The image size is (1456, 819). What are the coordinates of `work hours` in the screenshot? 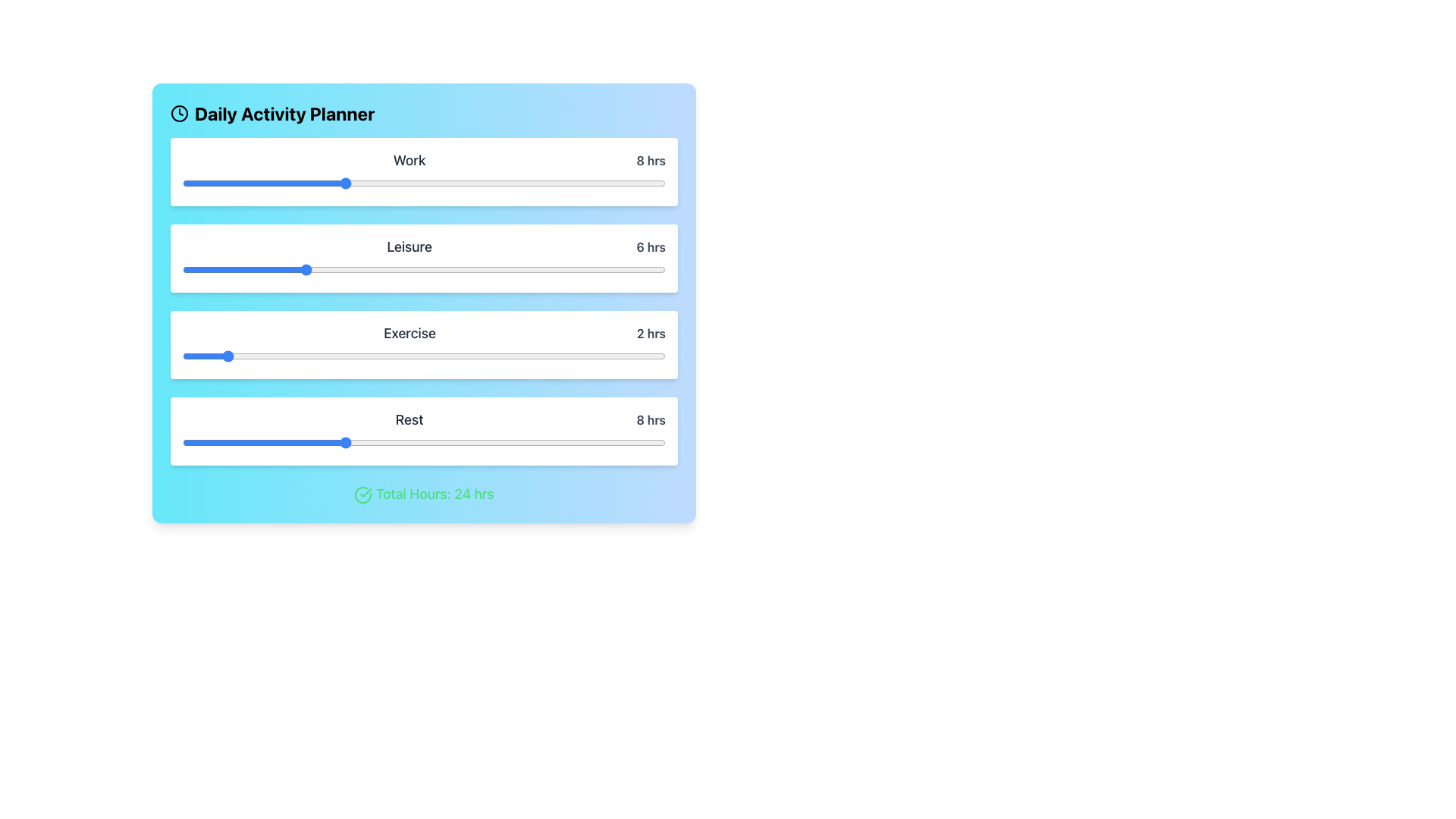 It's located at (403, 183).